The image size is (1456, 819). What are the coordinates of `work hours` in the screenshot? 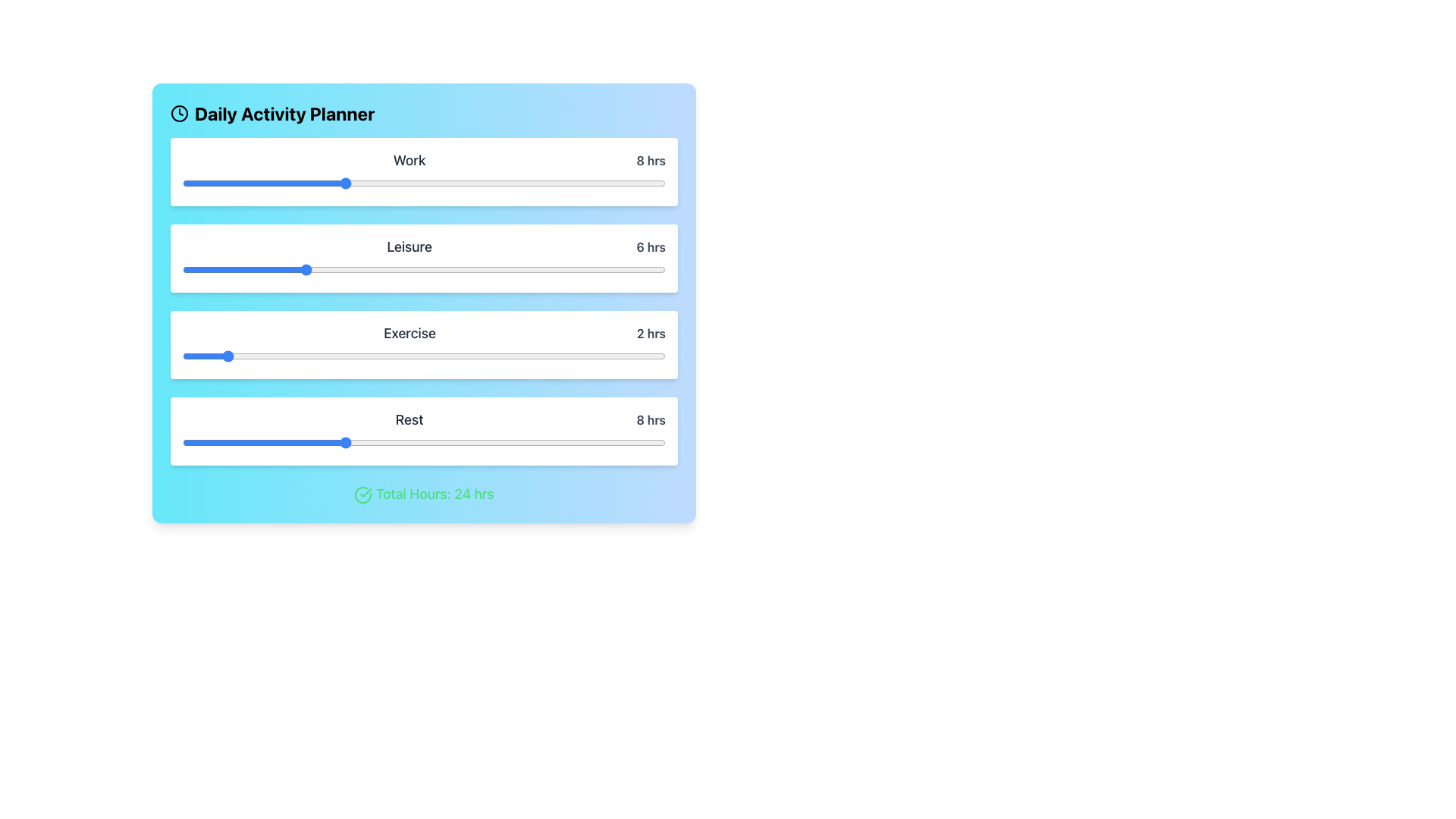 It's located at (403, 183).